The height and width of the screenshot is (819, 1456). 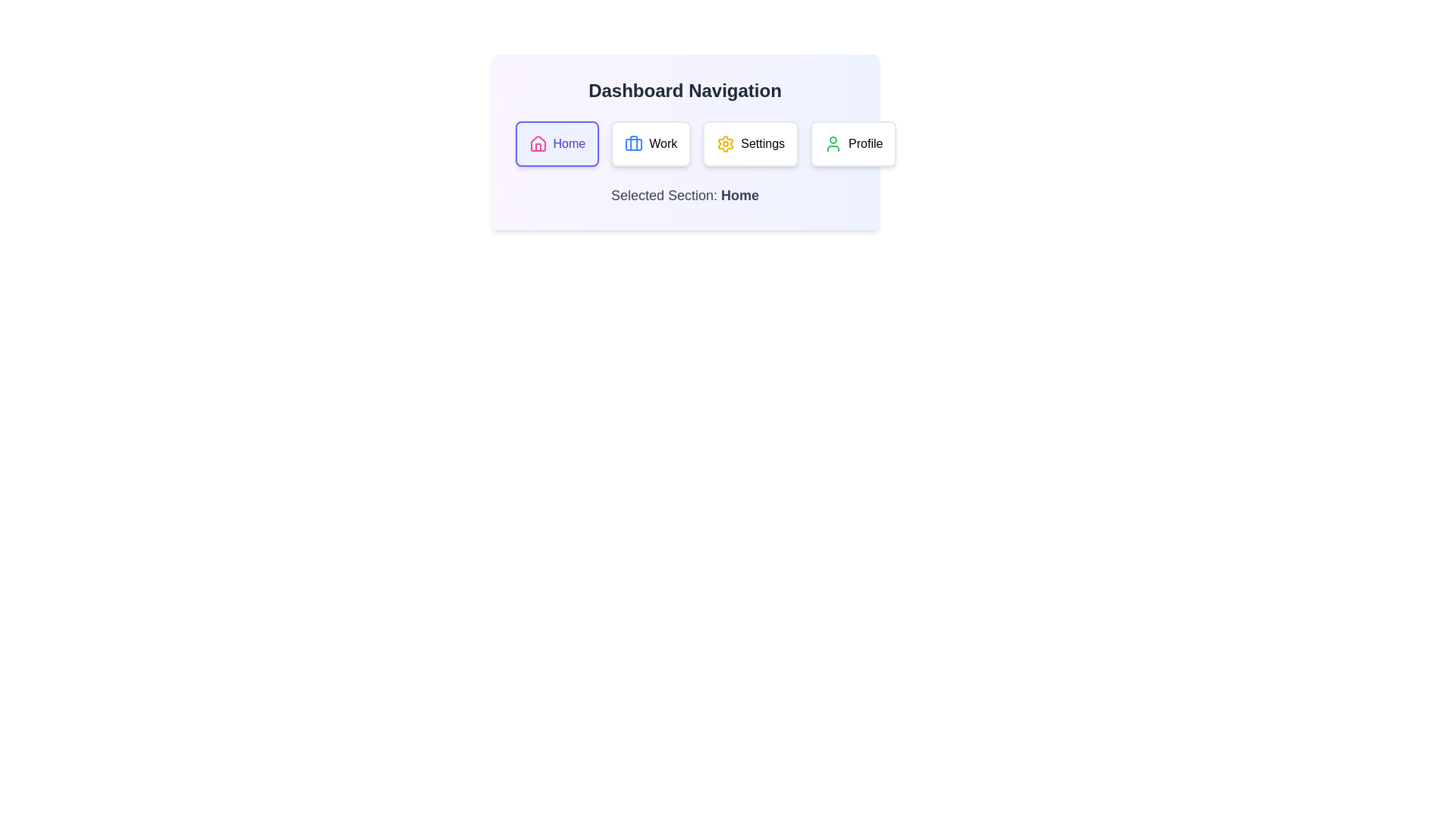 What do you see at coordinates (865, 143) in the screenshot?
I see `text content of the 'Profile' navigation link located in the horizontal navigation bar, positioned to the right of the green profile icon` at bounding box center [865, 143].